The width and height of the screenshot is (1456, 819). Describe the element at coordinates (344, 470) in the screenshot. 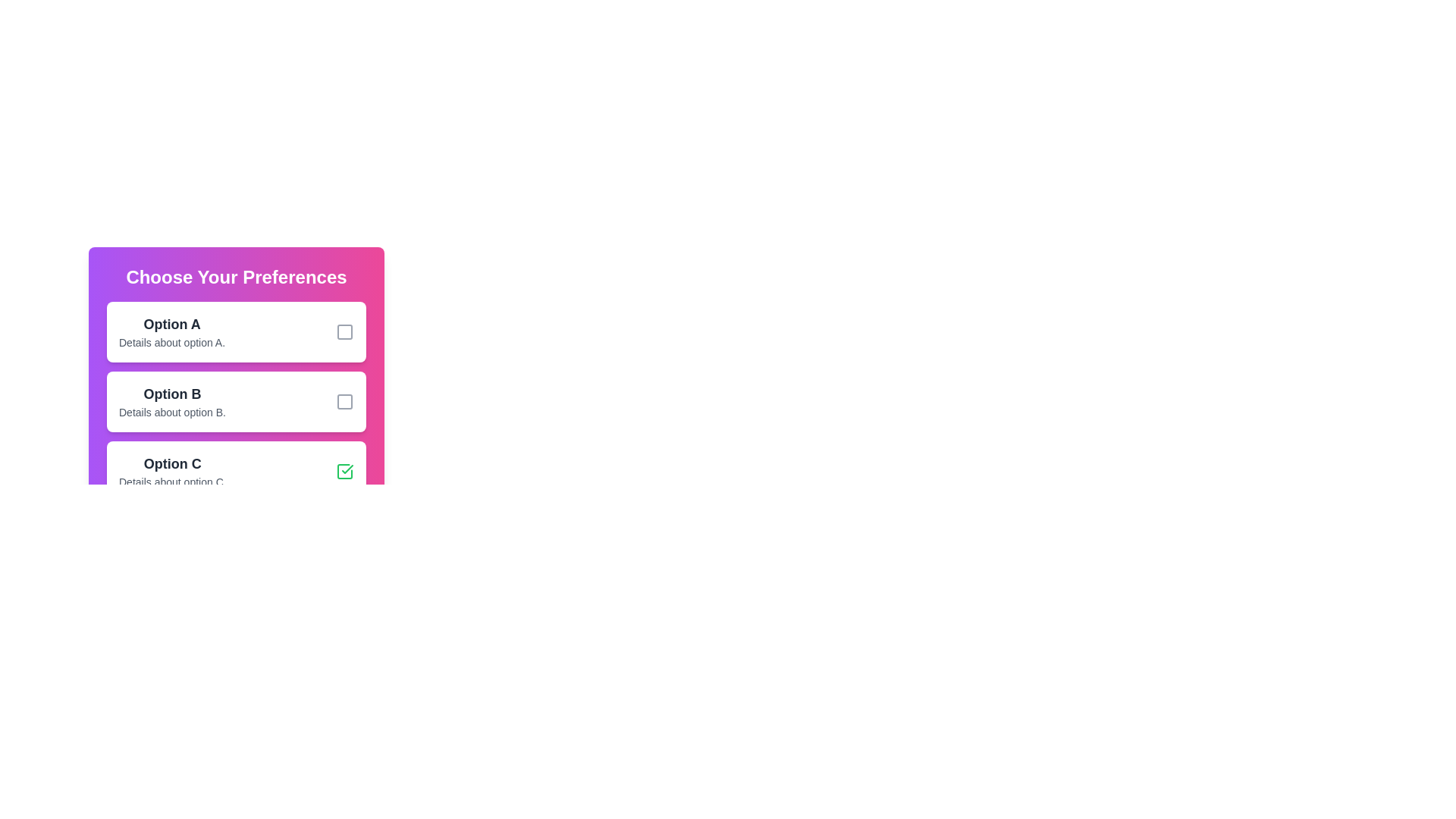

I see `the green checkbox icon located in the lower-right corner of the 'Option C' section` at that location.